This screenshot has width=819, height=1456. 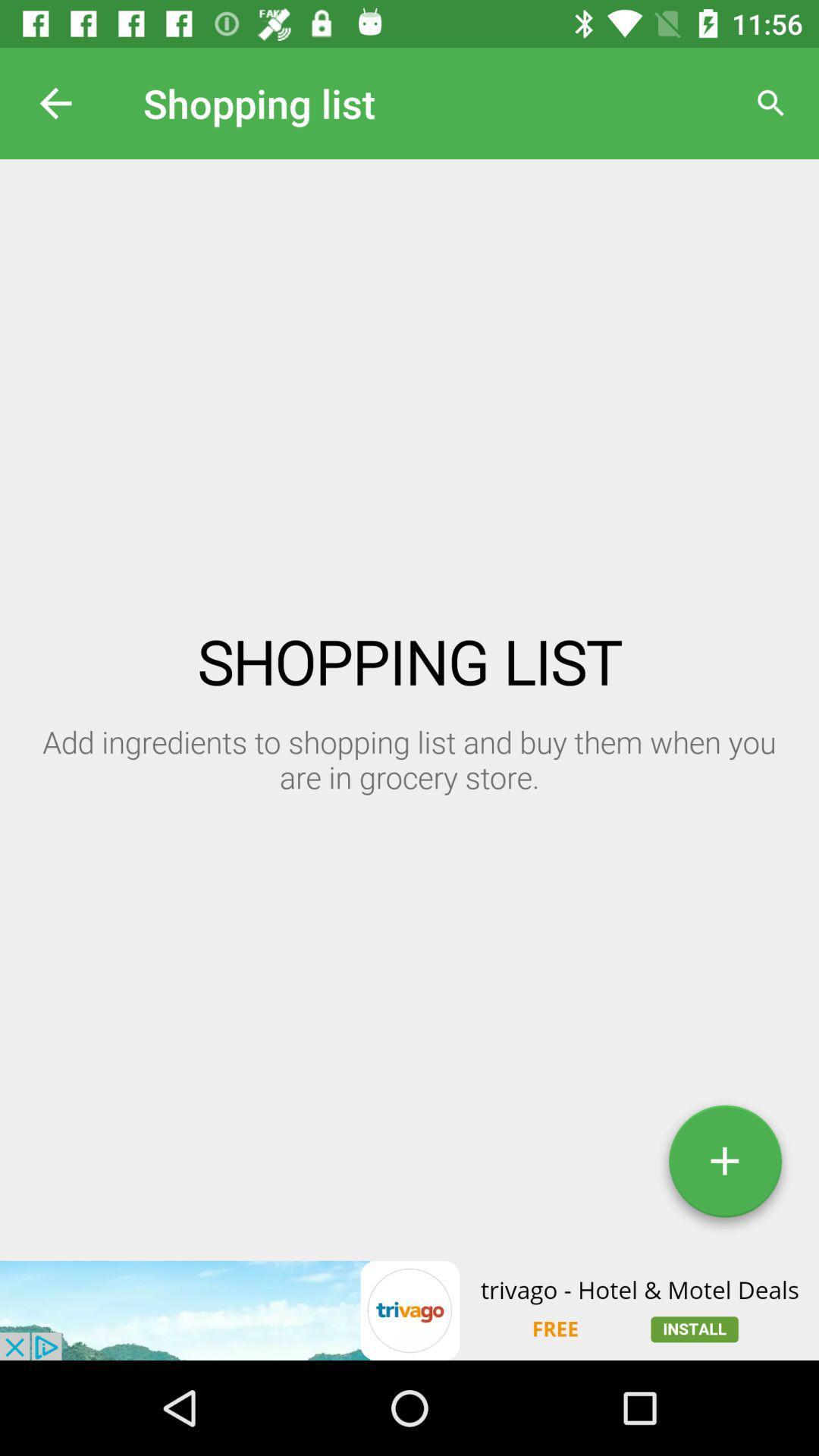 What do you see at coordinates (724, 1166) in the screenshot?
I see `the add icon` at bounding box center [724, 1166].